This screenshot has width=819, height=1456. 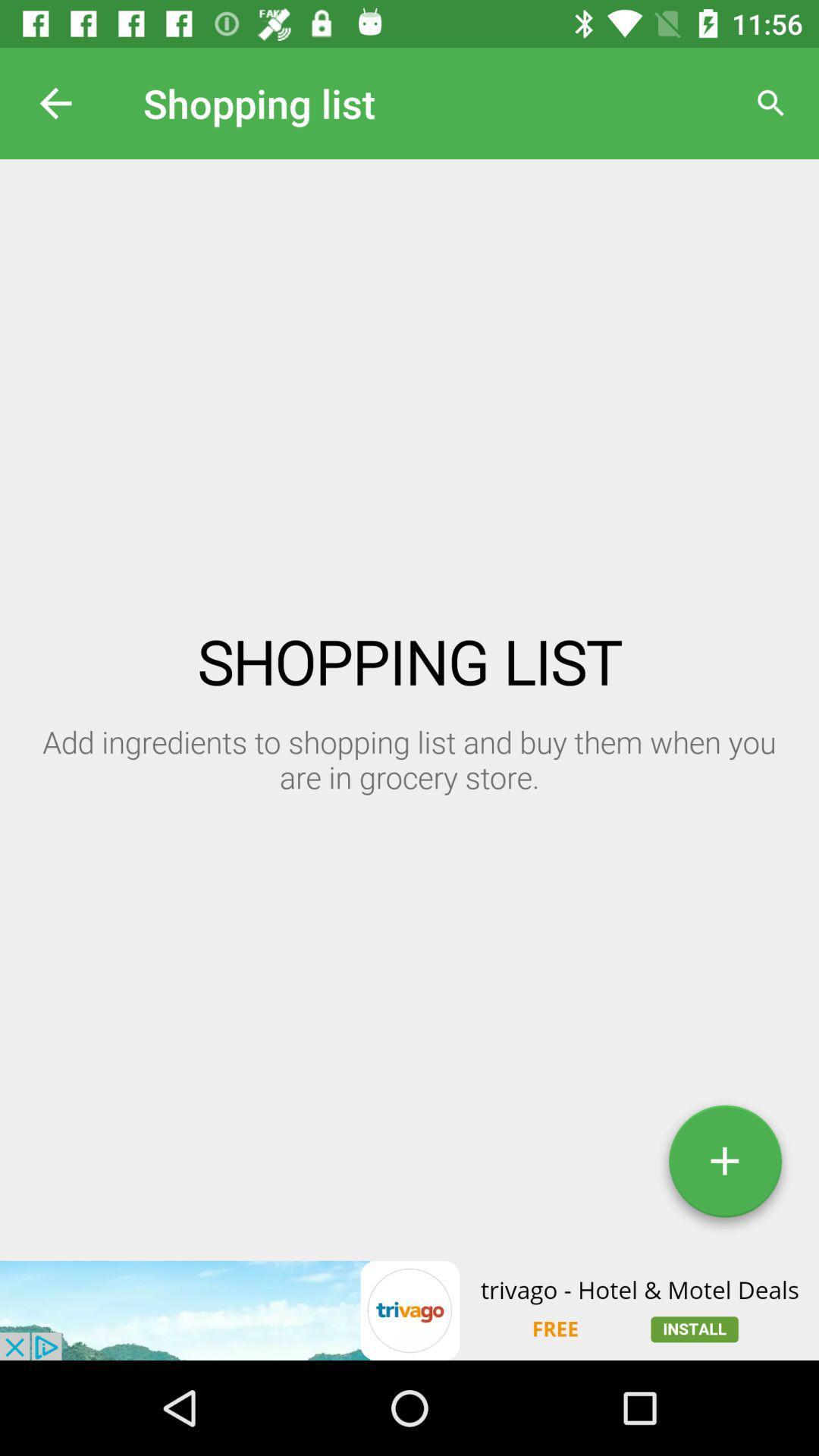 What do you see at coordinates (724, 1166) in the screenshot?
I see `the add icon` at bounding box center [724, 1166].